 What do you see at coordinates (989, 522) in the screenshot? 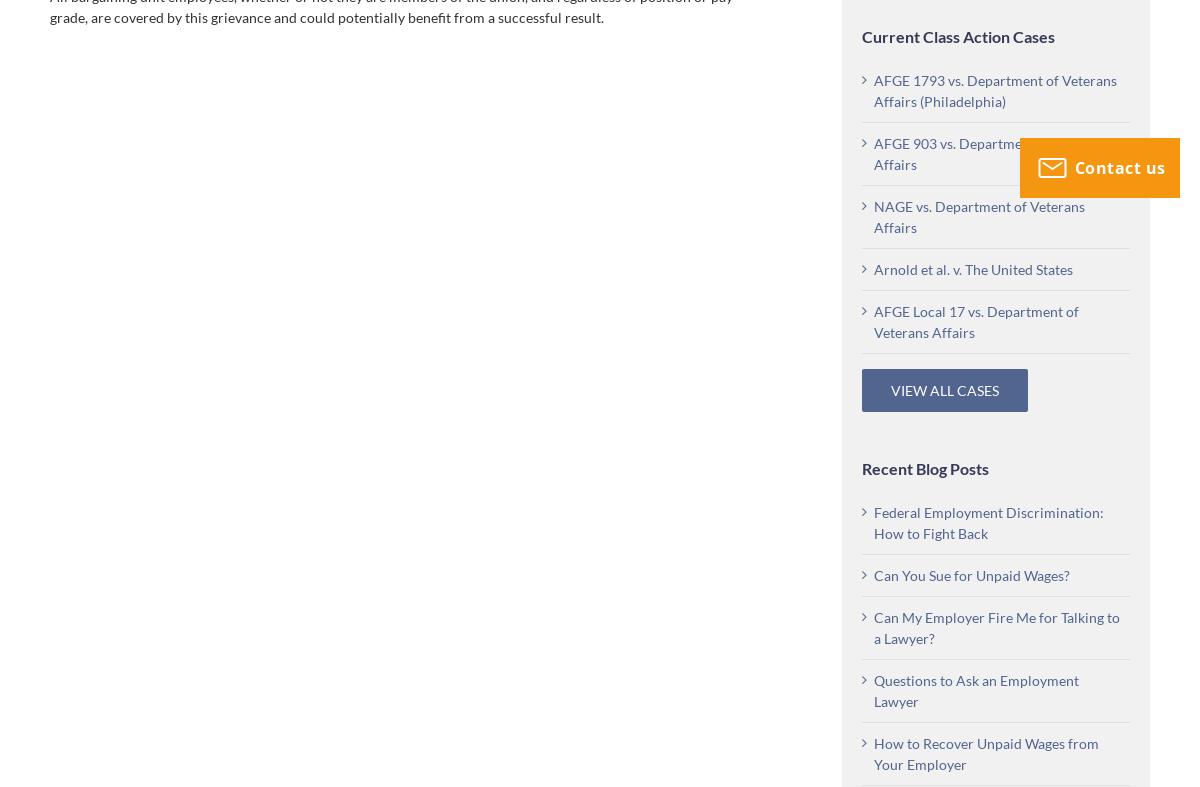
I see `'Federal Employment Discrimination: How to Fight Back'` at bounding box center [989, 522].